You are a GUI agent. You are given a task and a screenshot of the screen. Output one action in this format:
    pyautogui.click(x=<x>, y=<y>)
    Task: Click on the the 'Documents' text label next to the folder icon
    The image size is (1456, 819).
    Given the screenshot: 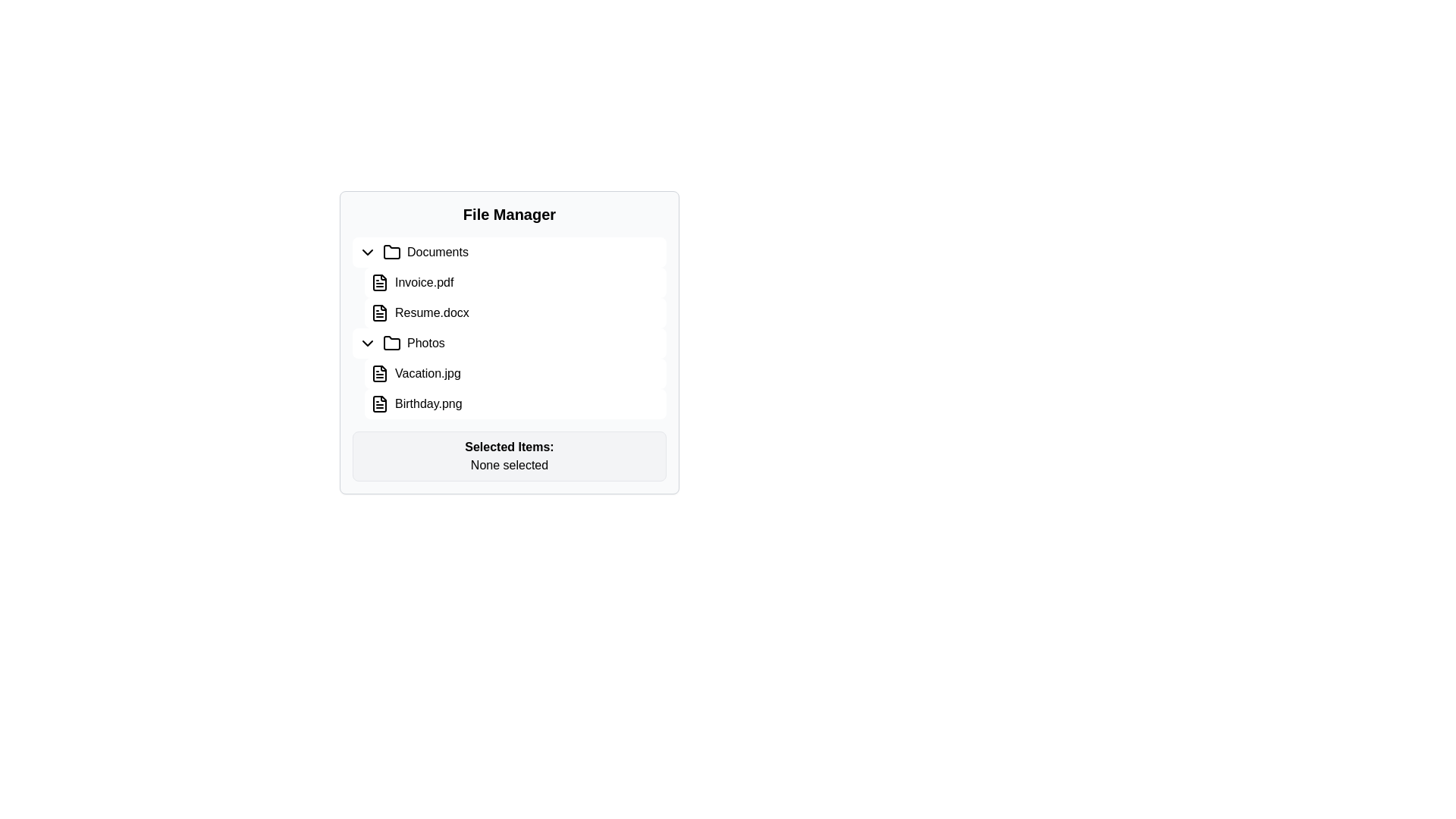 What is the action you would take?
    pyautogui.click(x=437, y=251)
    